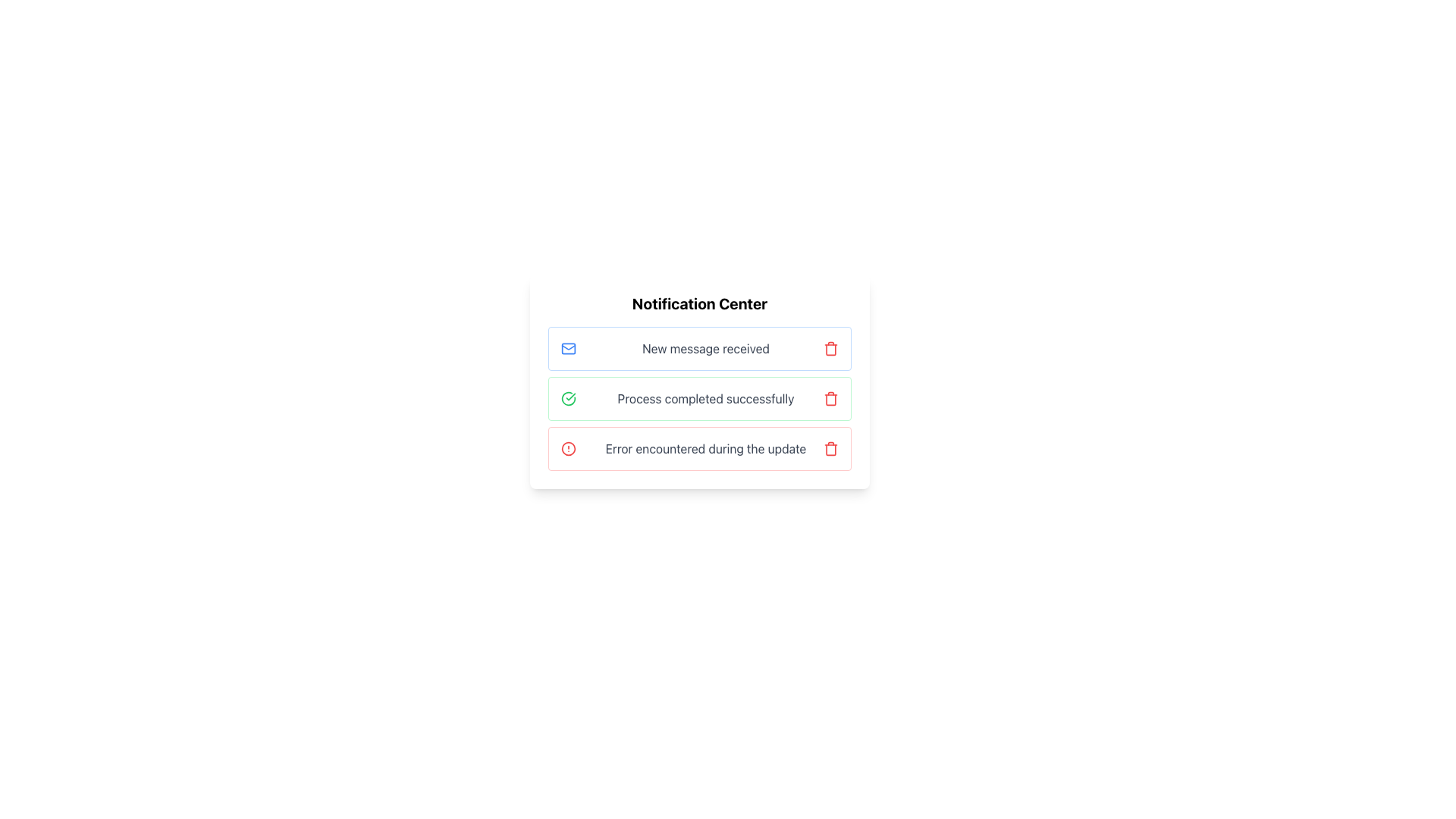 The height and width of the screenshot is (819, 1456). Describe the element at coordinates (698, 447) in the screenshot. I see `message in the notification card that contains an error update, located as the last notification in the vertical list` at that location.